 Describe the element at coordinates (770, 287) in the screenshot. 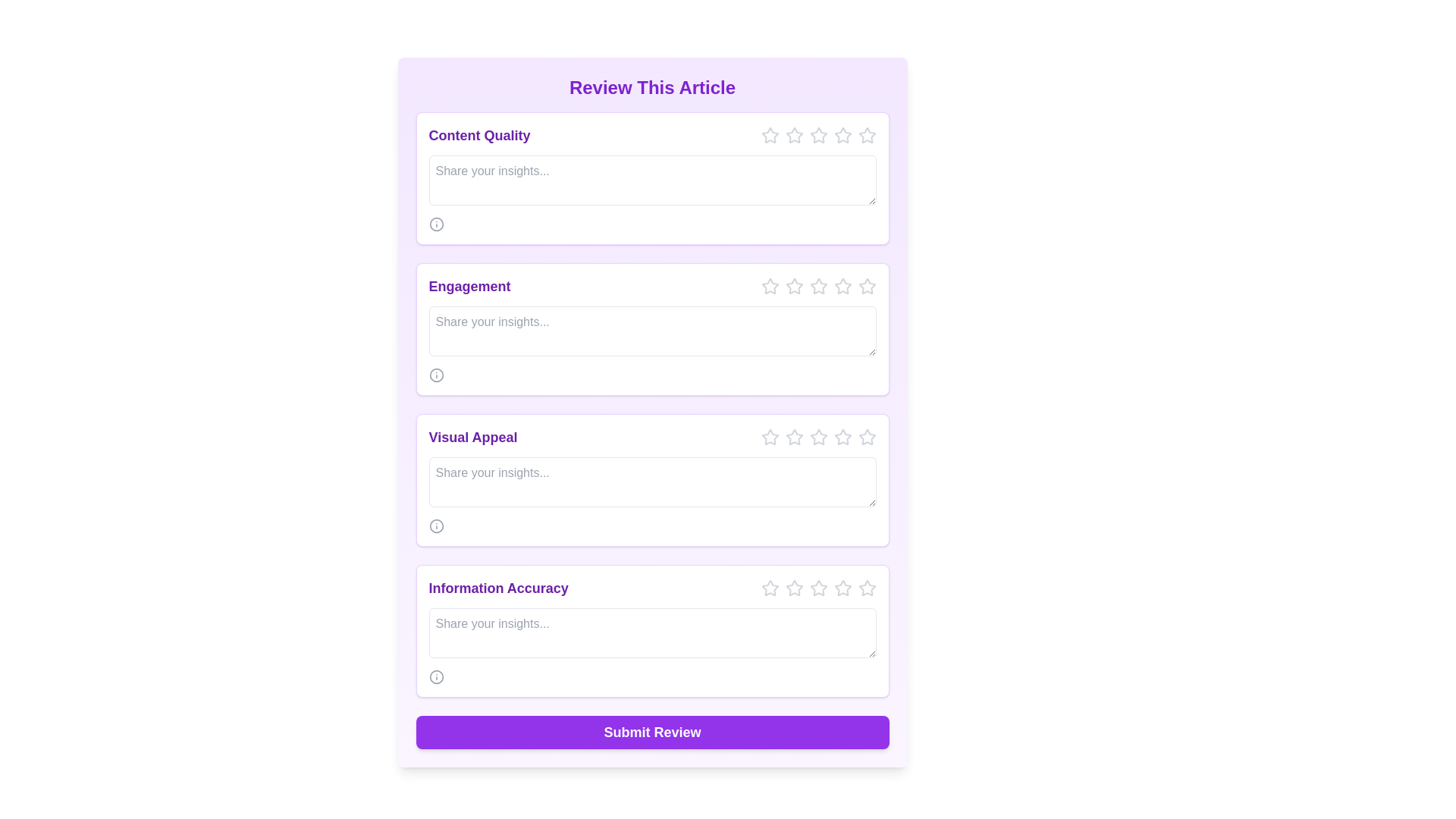

I see `the first interactive star icon in the rating system for the 'Engagement' feedback section to trigger the hover effect` at that location.